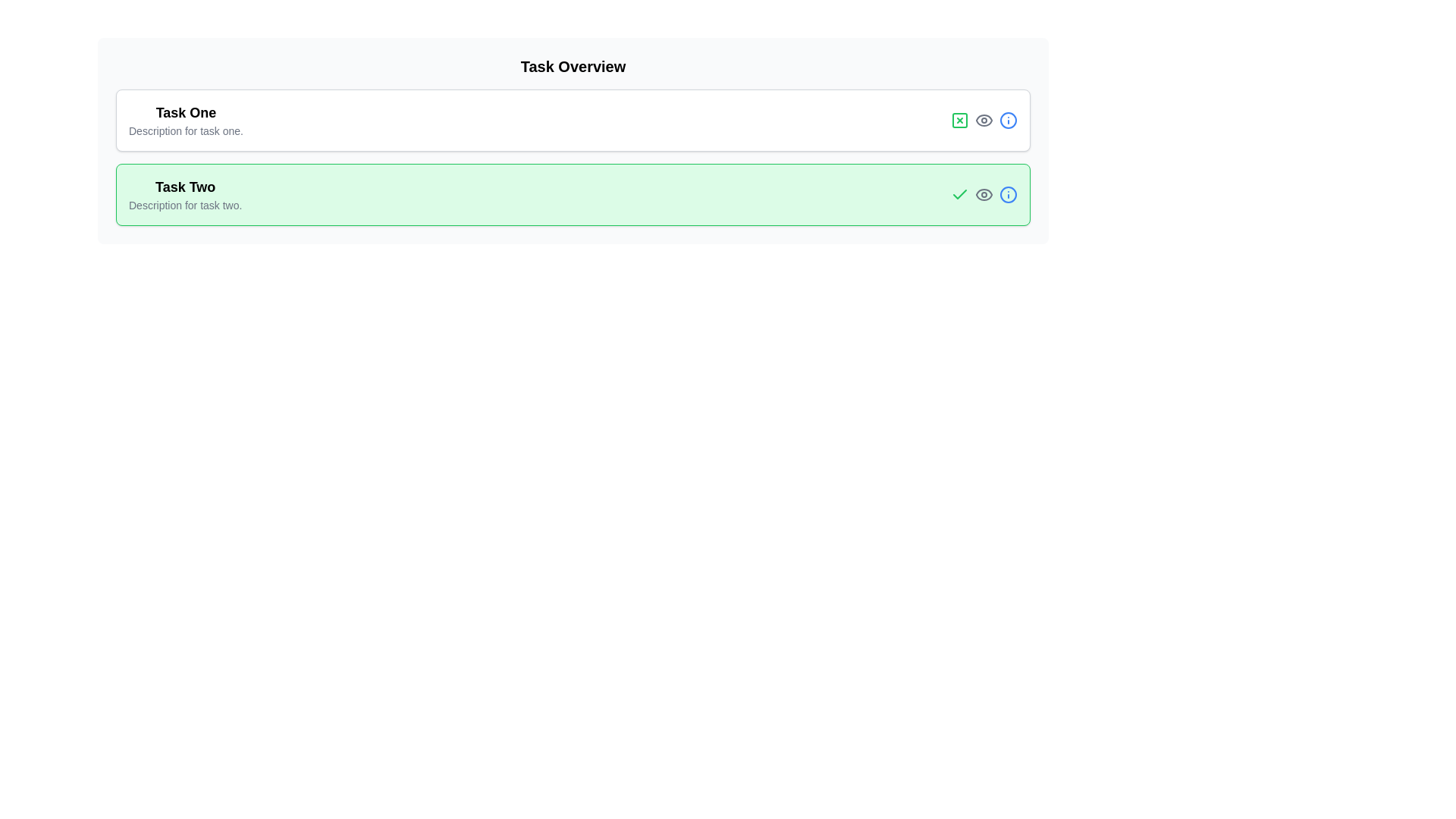  I want to click on the blue circular icon button with a hollow center and a dot and vertical line on its interior, located on the right side of the task row labeled 'Task One', so click(1008, 119).